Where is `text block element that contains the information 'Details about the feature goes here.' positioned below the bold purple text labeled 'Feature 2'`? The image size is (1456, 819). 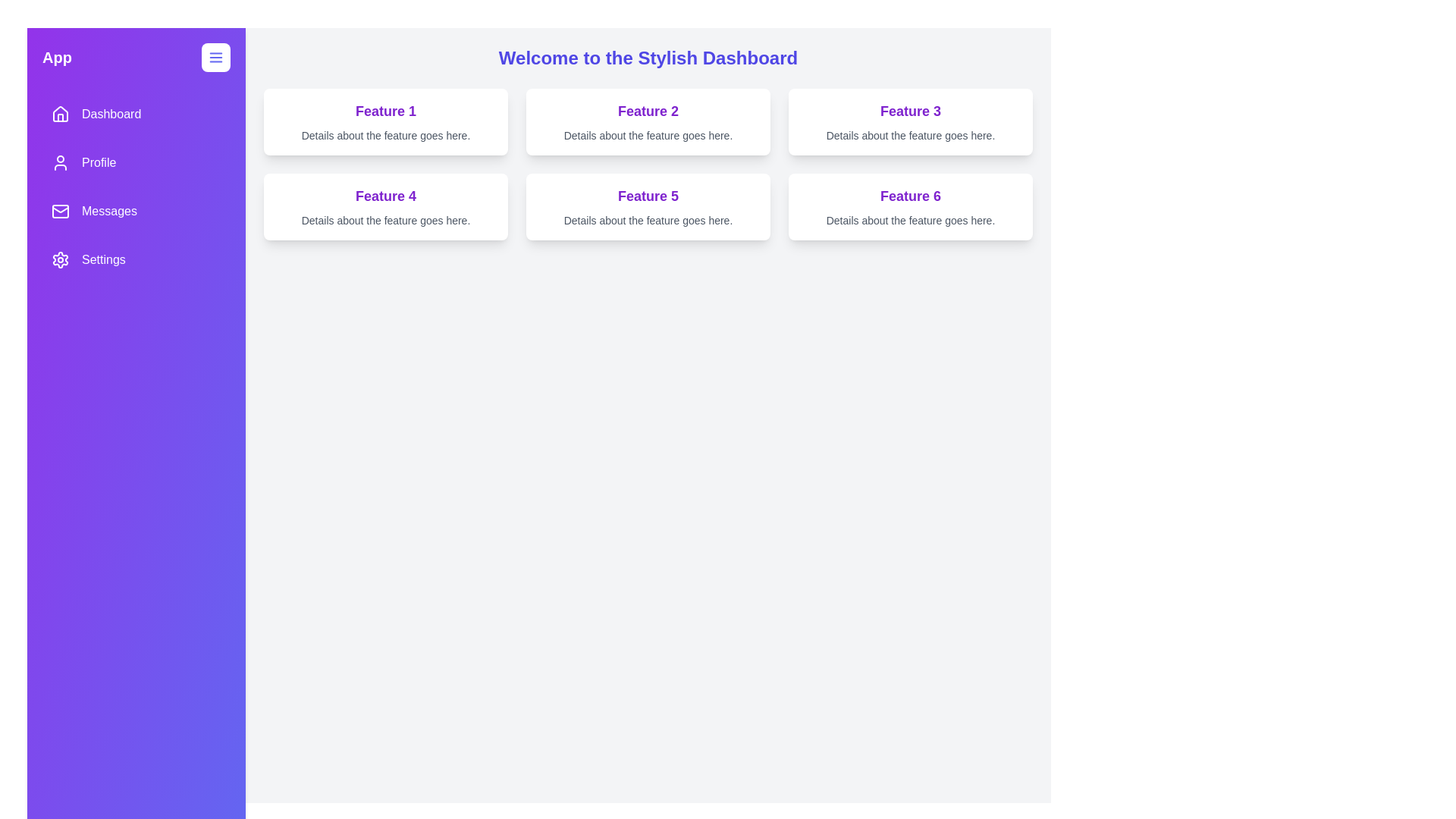
text block element that contains the information 'Details about the feature goes here.' positioned below the bold purple text labeled 'Feature 2' is located at coordinates (648, 134).